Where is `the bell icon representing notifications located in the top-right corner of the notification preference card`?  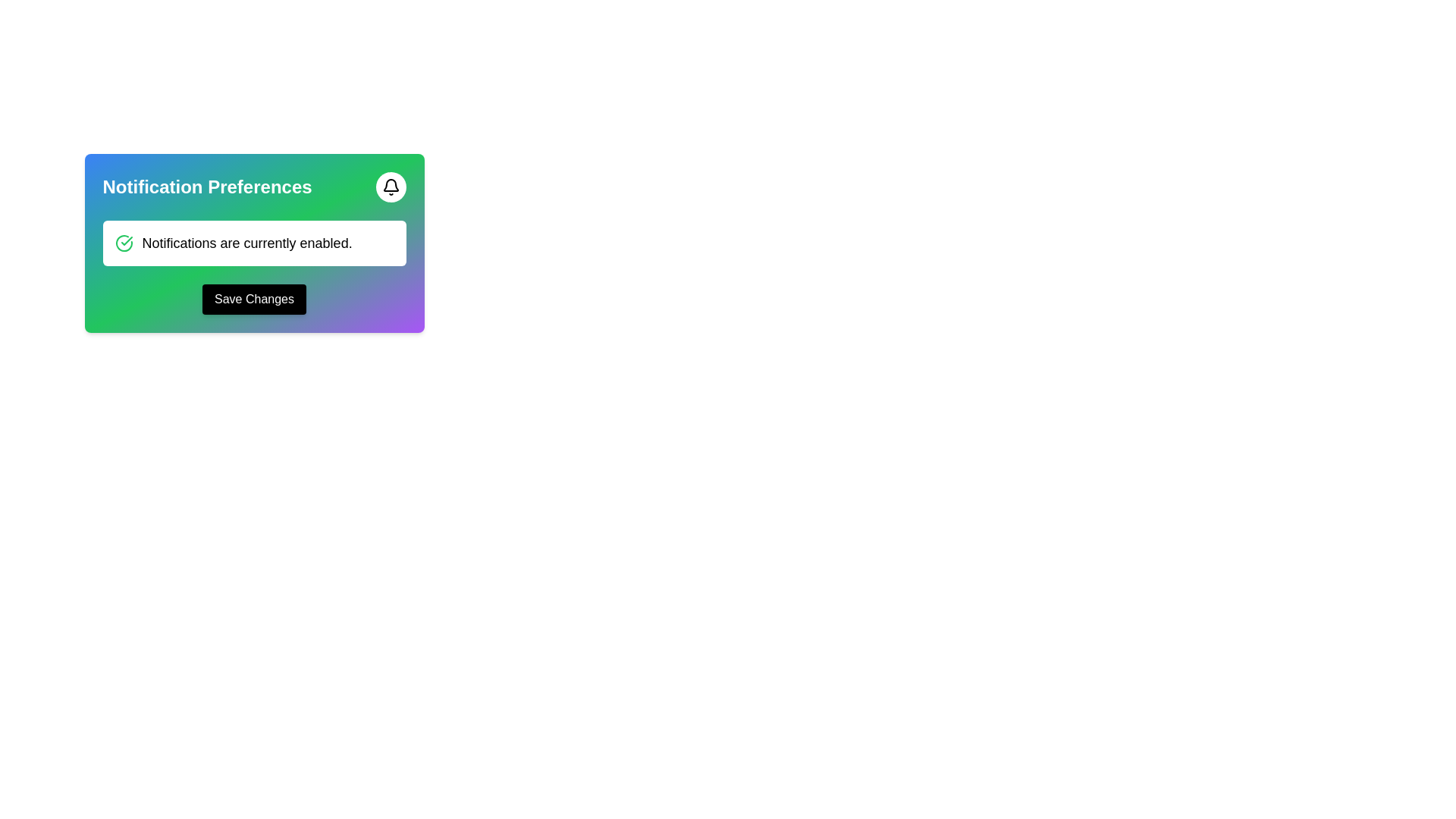 the bell icon representing notifications located in the top-right corner of the notification preference card is located at coordinates (391, 186).